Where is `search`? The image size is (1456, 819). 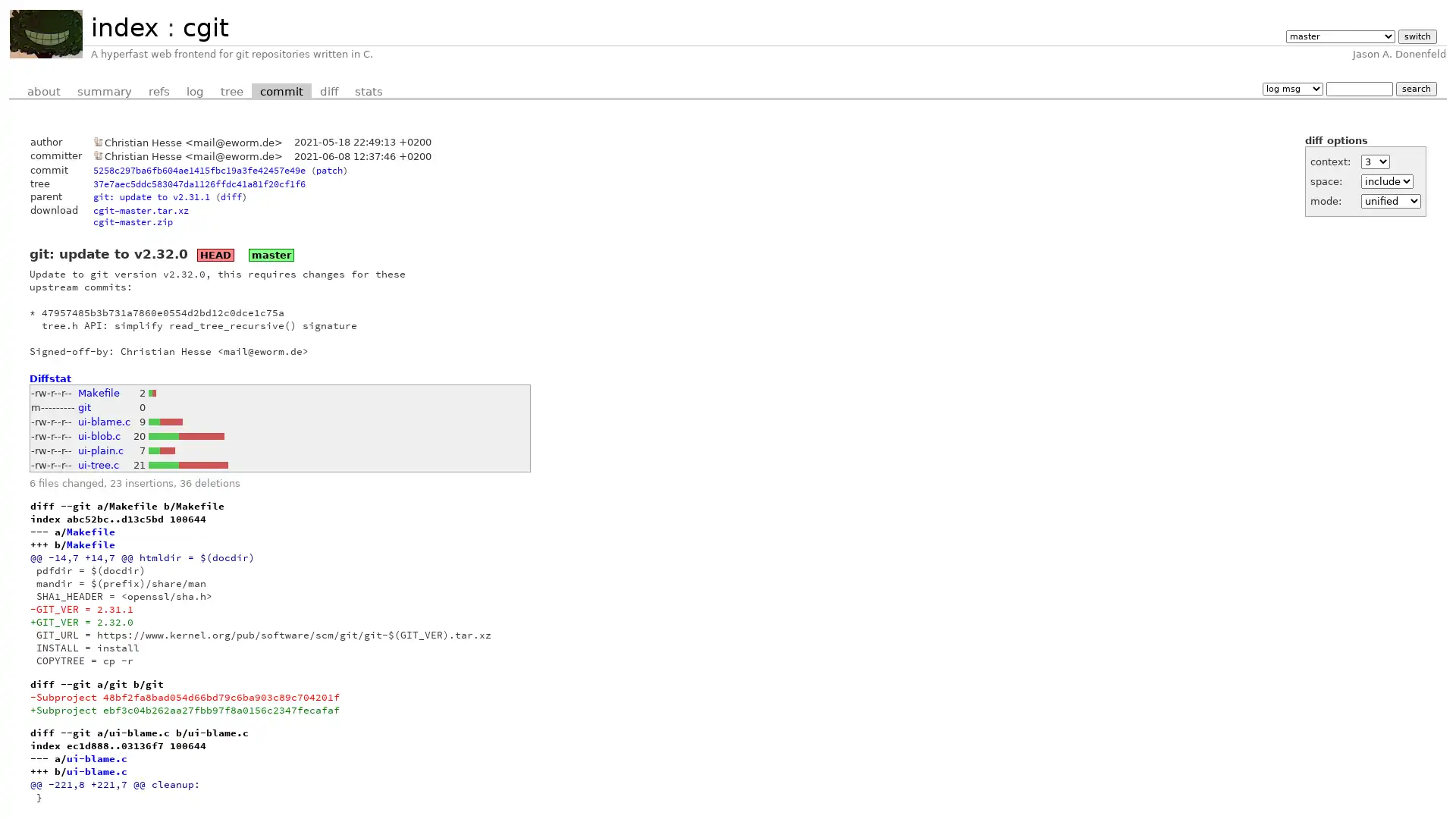
search is located at coordinates (1415, 88).